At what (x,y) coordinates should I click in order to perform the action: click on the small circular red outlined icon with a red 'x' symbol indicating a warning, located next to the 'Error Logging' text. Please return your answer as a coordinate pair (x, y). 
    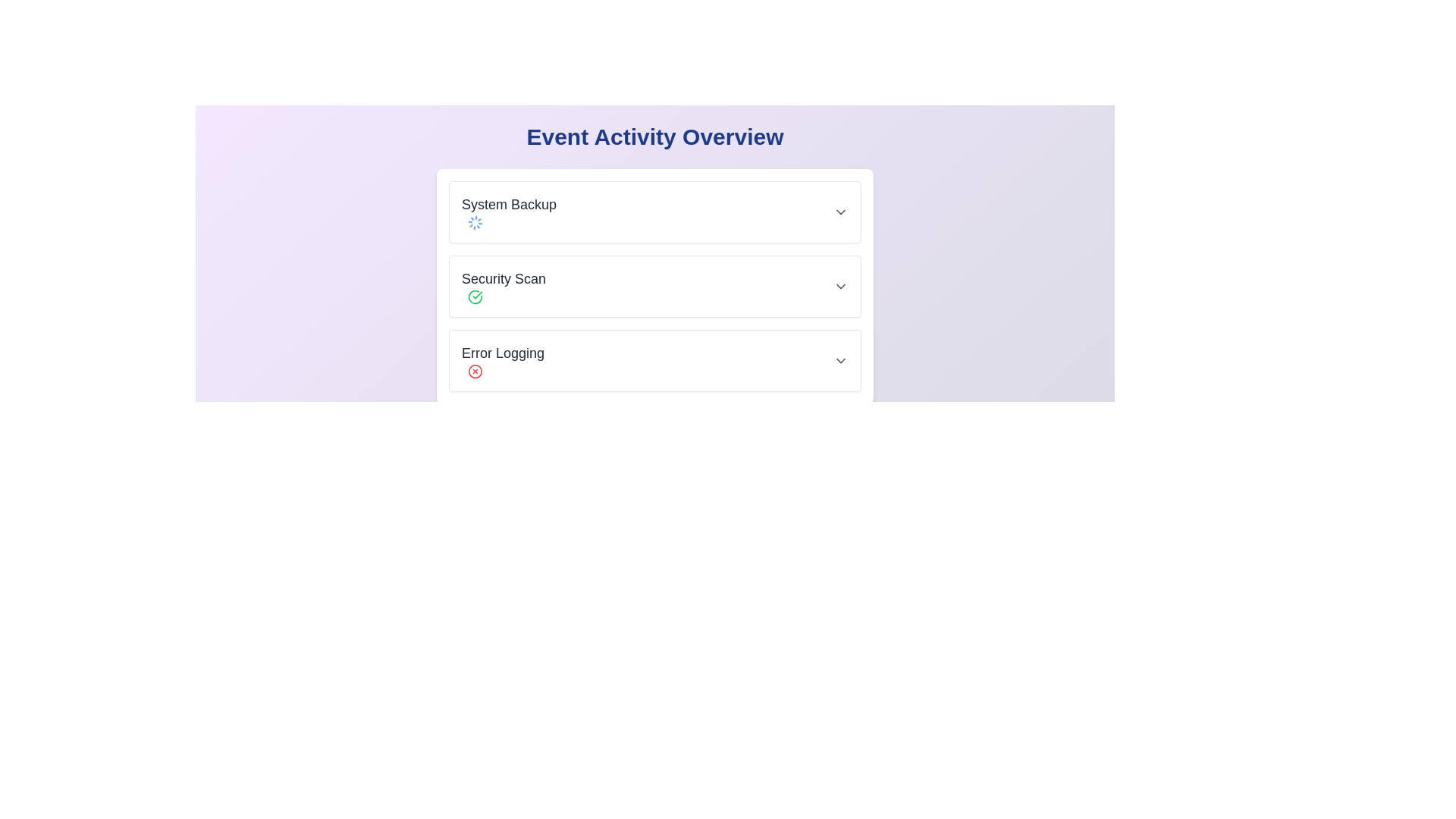
    Looking at the image, I should click on (475, 371).